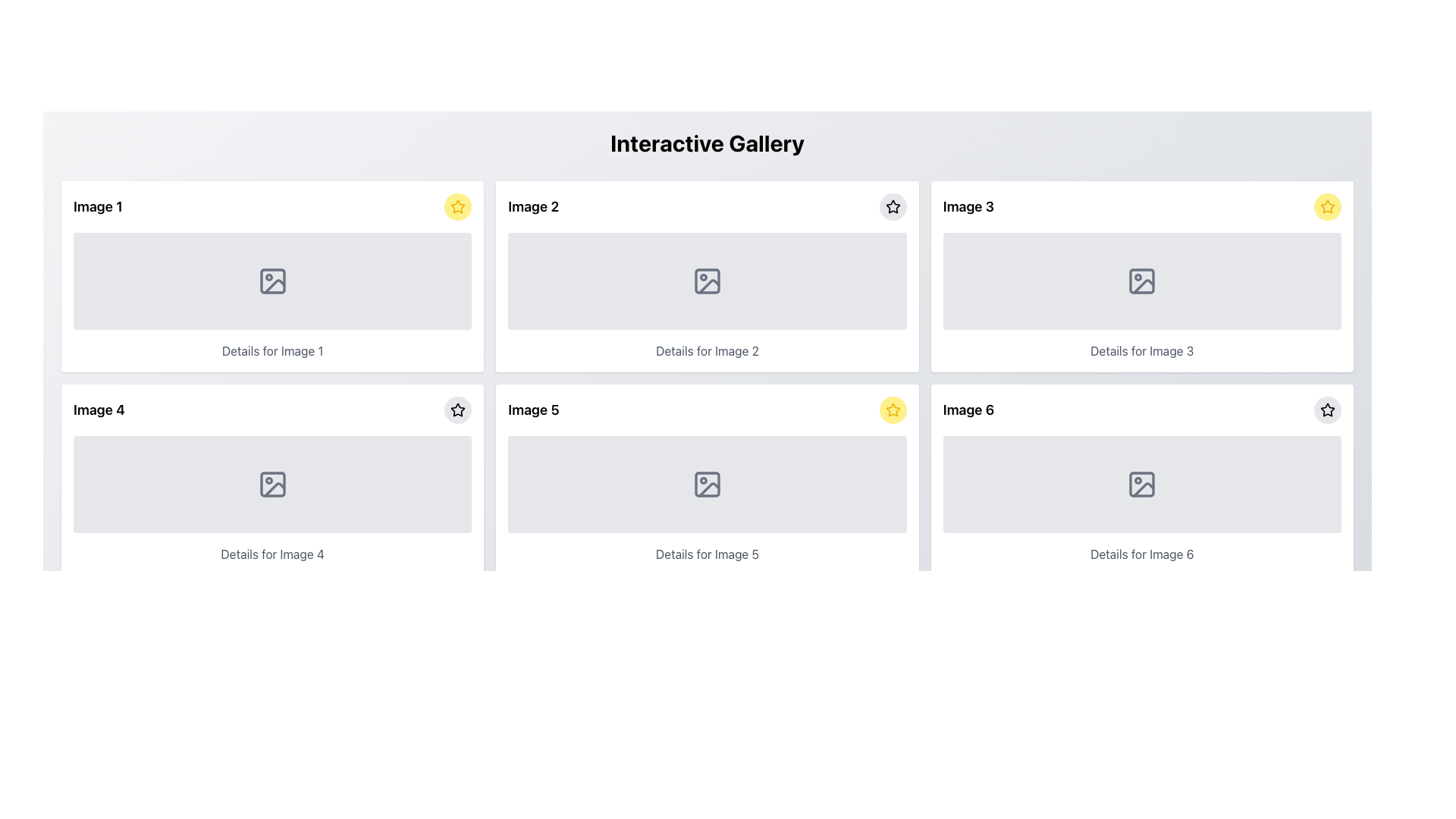 Image resolution: width=1456 pixels, height=819 pixels. I want to click on the image placeholder located in the bottom-right section of the 'Interactive Gallery', specifically in the tile labeled 'Image 6', so click(1142, 485).